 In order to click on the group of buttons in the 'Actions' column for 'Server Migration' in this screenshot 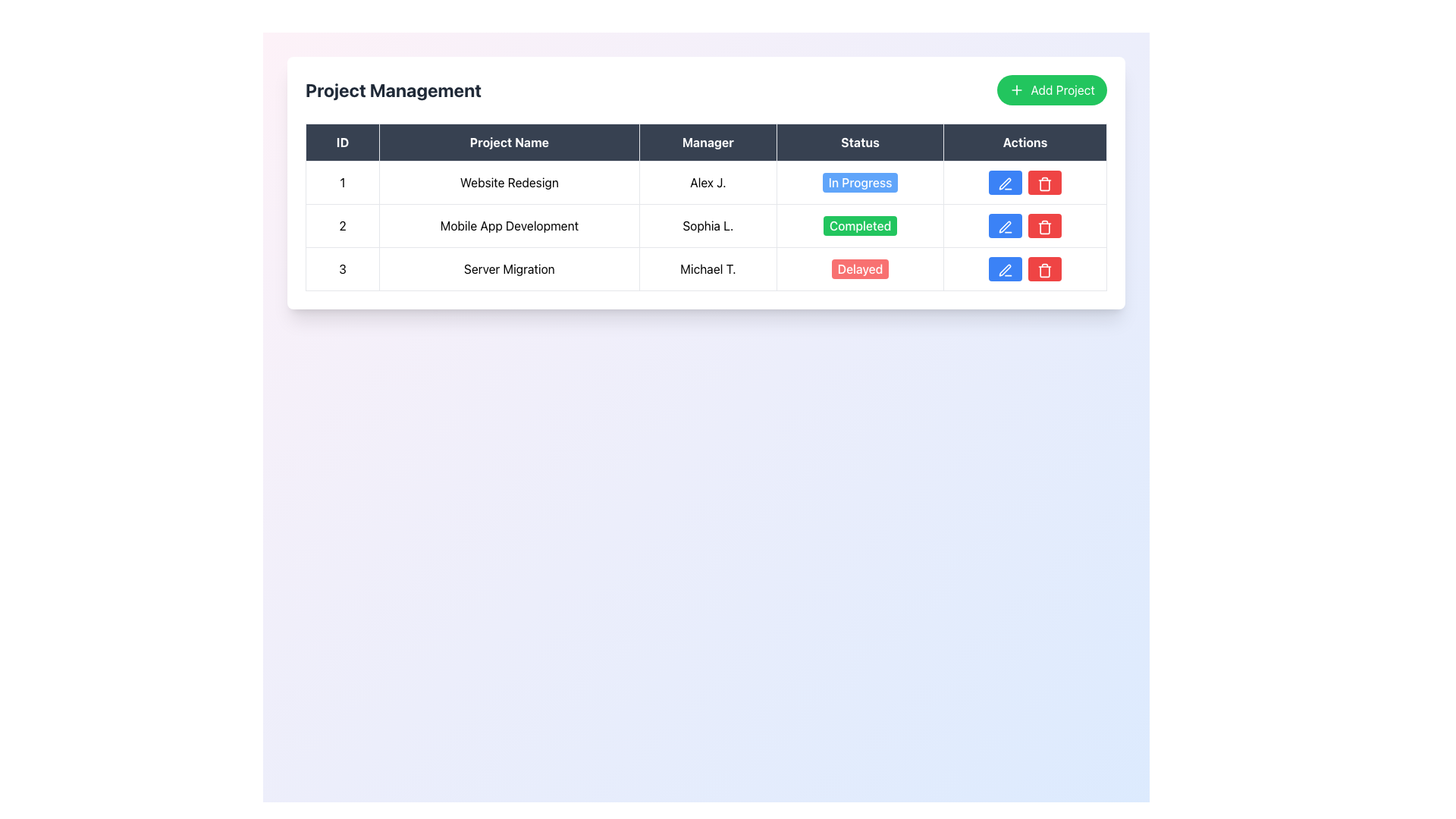, I will do `click(1025, 268)`.